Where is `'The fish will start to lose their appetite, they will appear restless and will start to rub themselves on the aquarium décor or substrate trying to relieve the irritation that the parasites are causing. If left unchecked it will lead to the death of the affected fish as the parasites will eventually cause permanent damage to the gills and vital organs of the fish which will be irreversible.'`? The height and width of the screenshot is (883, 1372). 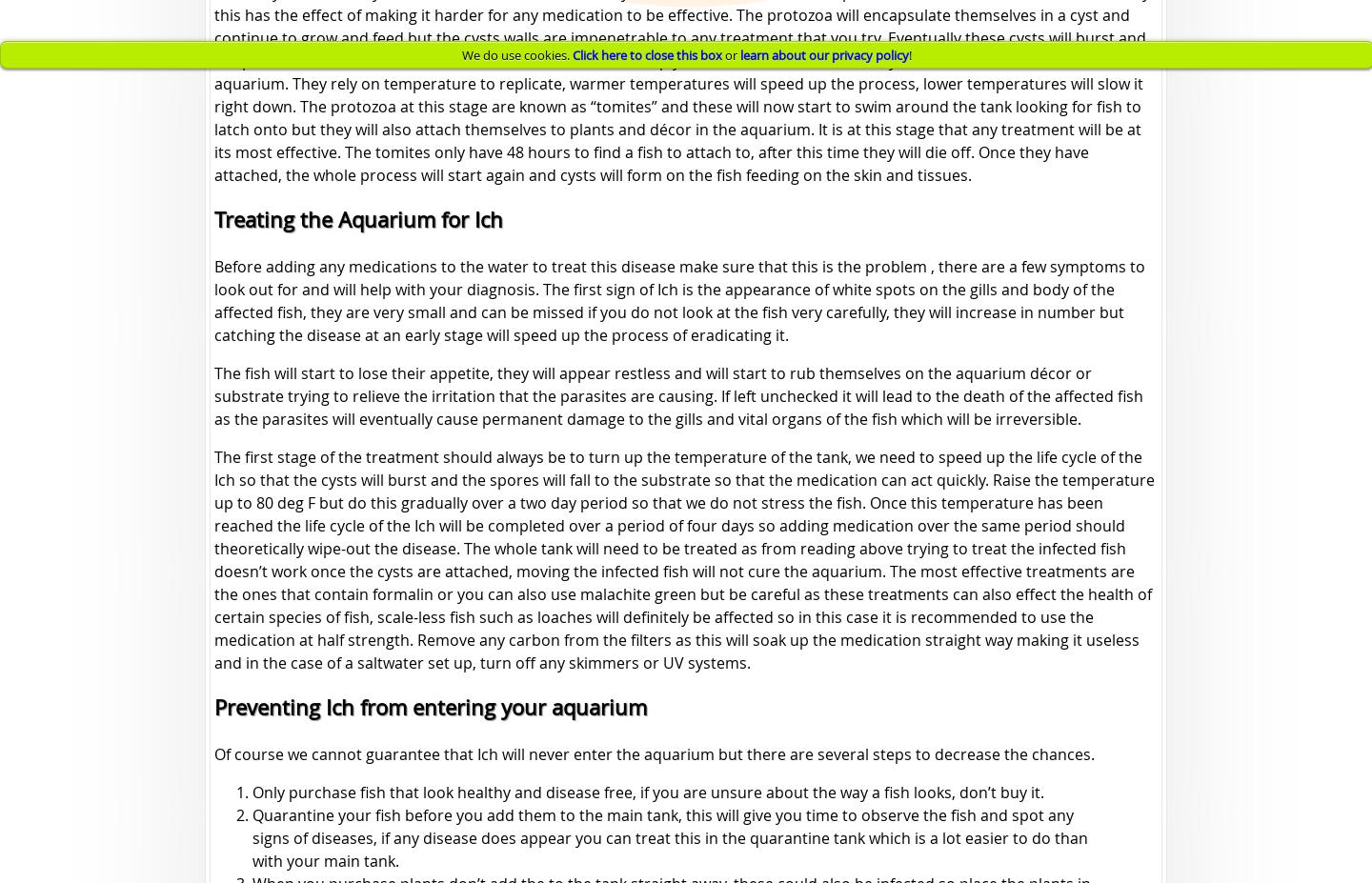
'The fish will start to lose their appetite, they will appear restless and will start to rub themselves on the aquarium décor or substrate trying to relieve the irritation that the parasites are causing. If left unchecked it will lead to the death of the affected fish as the parasites will eventually cause permanent damage to the gills and vital organs of the fish which will be irreversible.' is located at coordinates (678, 395).